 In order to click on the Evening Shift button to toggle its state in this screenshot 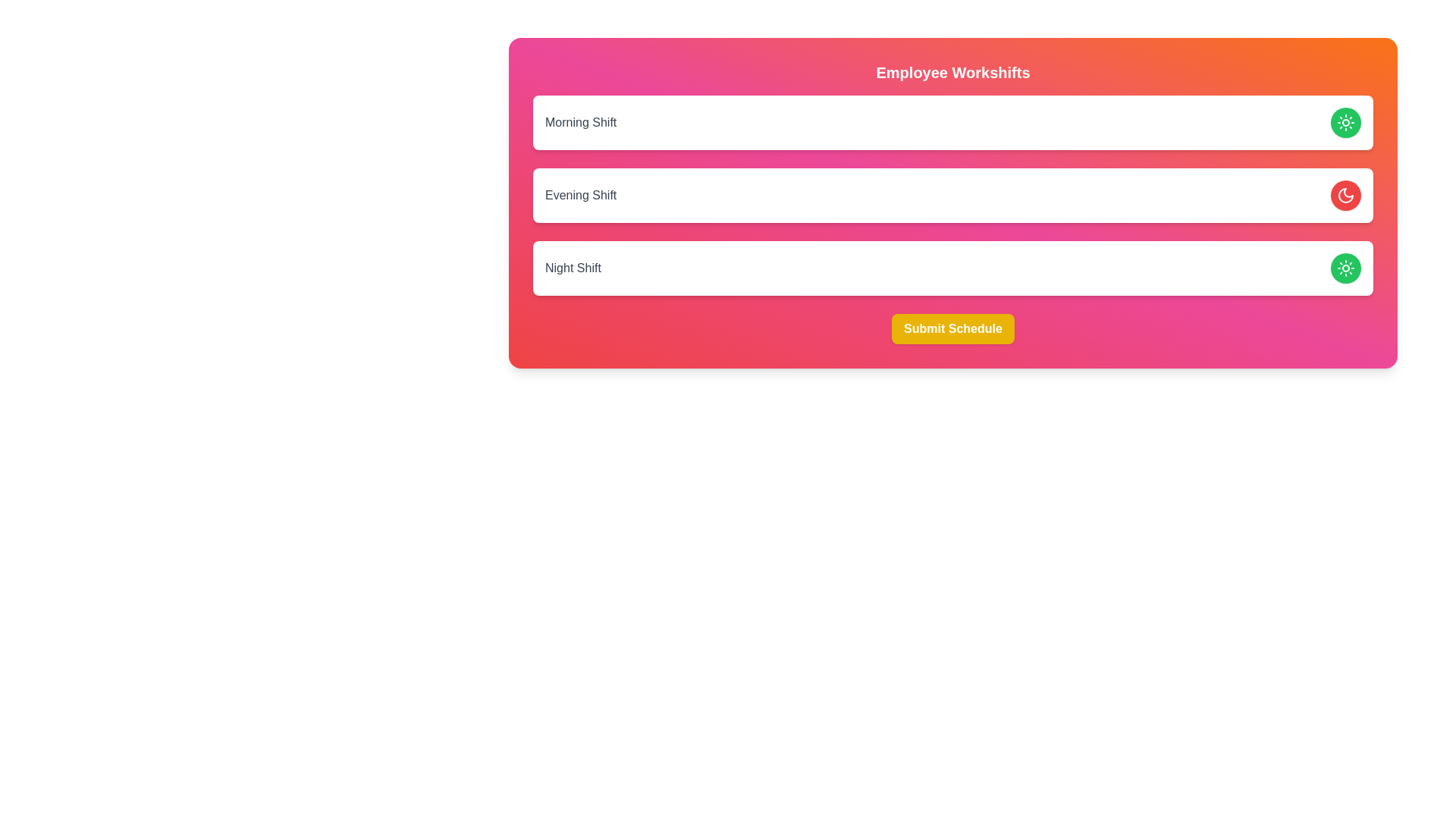, I will do `click(1346, 195)`.